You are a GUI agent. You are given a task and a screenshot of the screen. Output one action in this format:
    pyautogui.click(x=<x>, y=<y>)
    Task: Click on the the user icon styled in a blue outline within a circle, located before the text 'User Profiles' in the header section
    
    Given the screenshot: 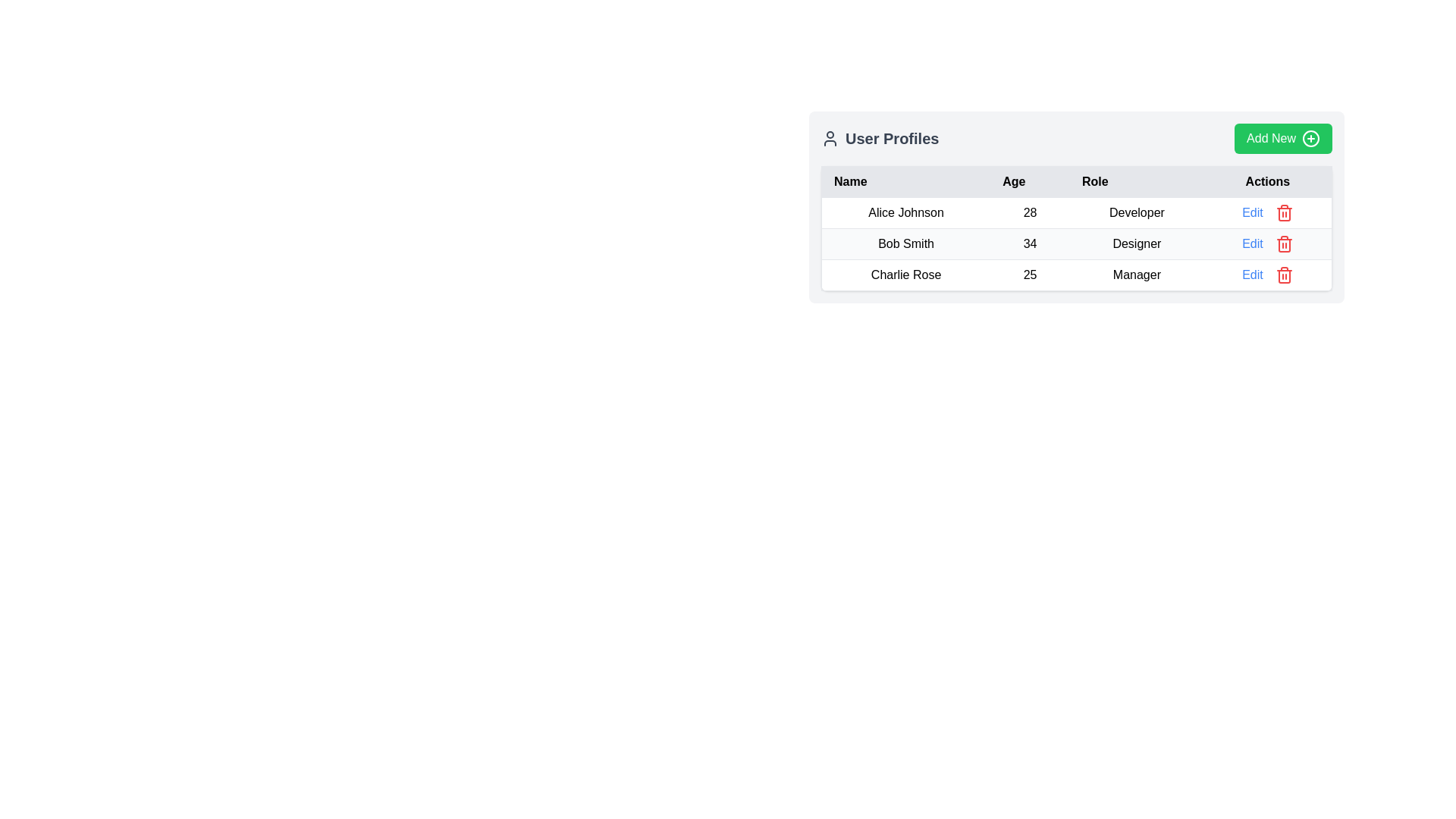 What is the action you would take?
    pyautogui.click(x=829, y=138)
    